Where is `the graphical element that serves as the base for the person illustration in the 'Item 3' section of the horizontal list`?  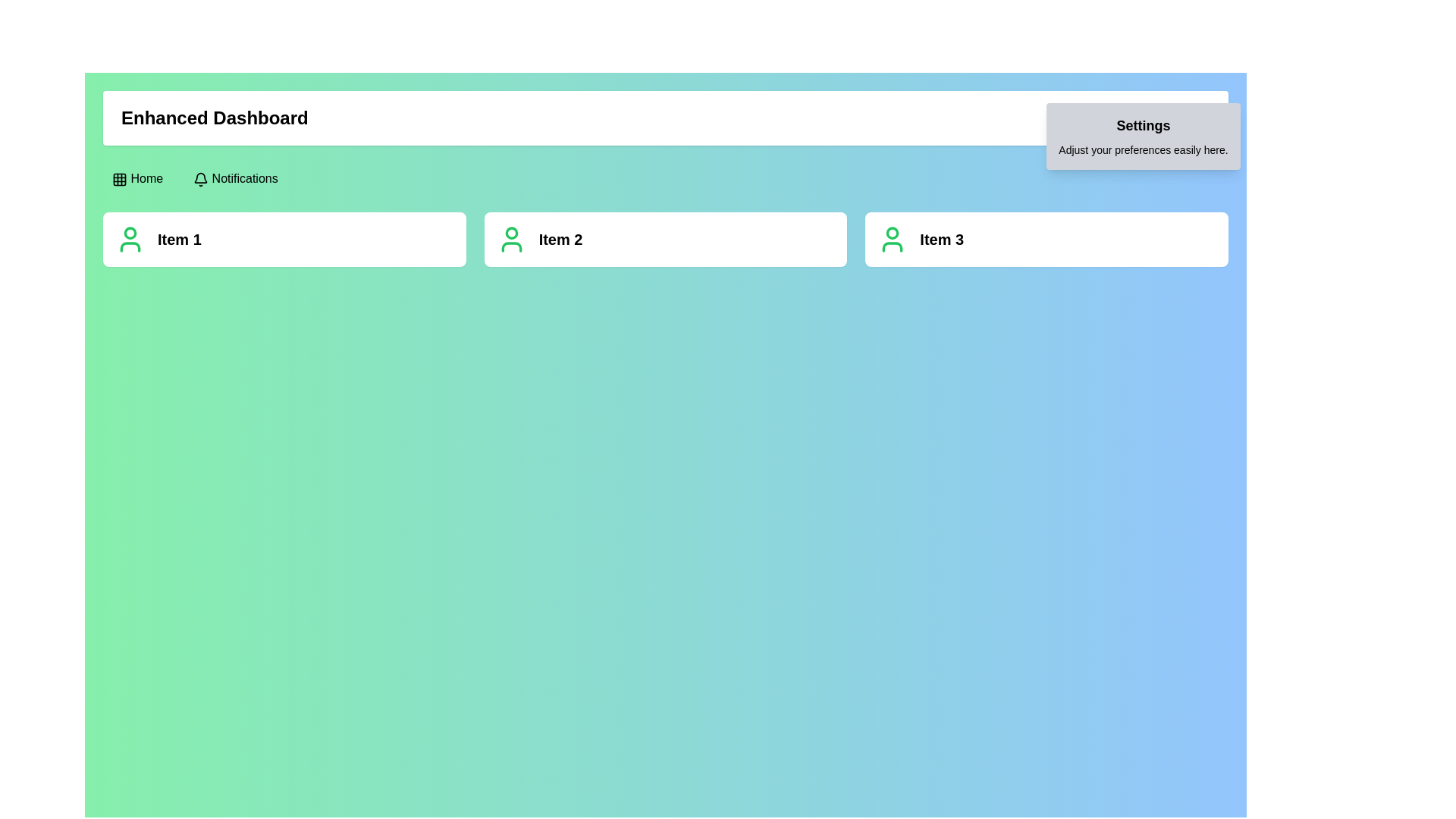 the graphical element that serves as the base for the person illustration in the 'Item 3' section of the horizontal list is located at coordinates (893, 246).